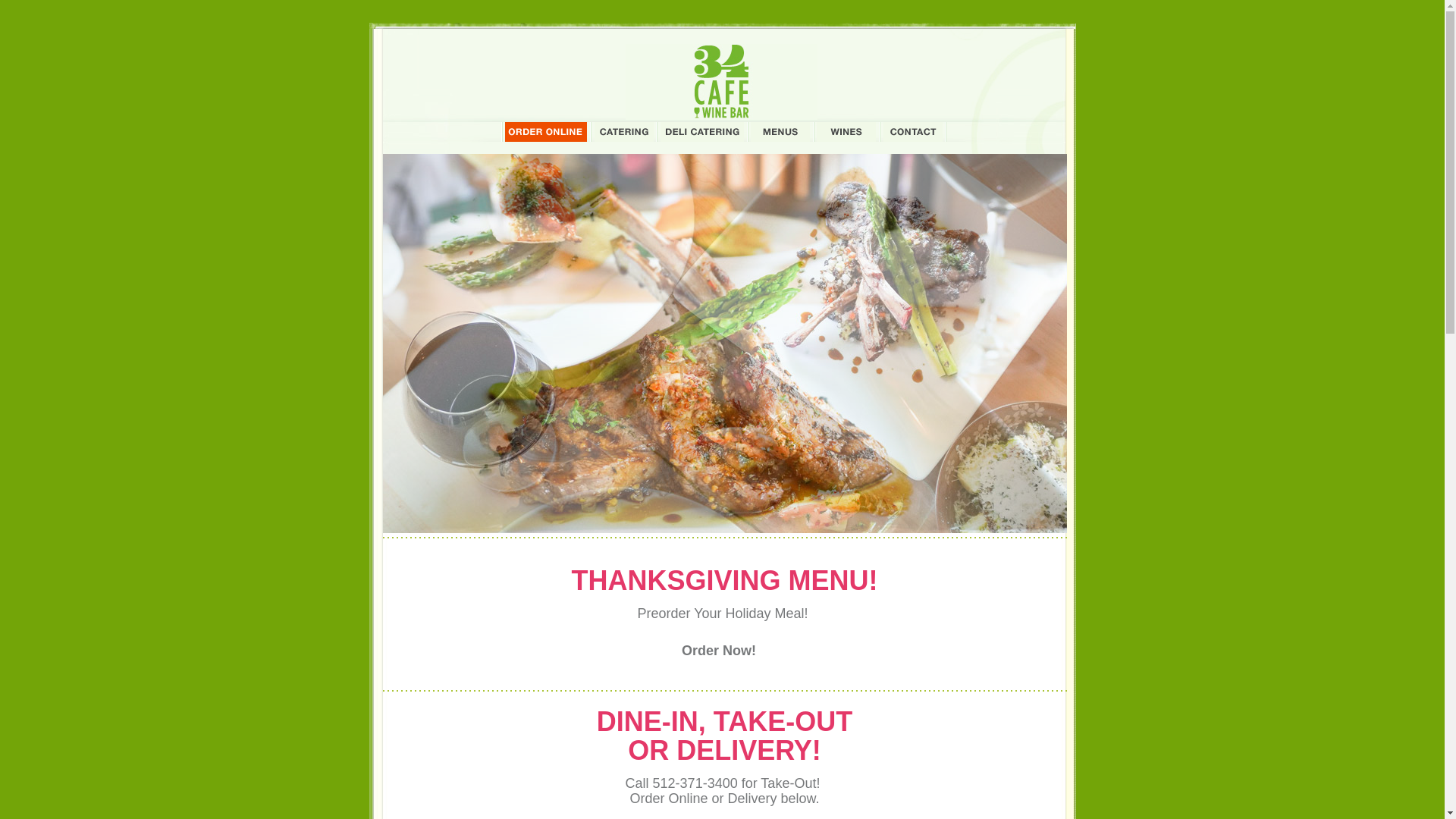 The width and height of the screenshot is (1456, 819). I want to click on 'Order Now!', so click(723, 649).